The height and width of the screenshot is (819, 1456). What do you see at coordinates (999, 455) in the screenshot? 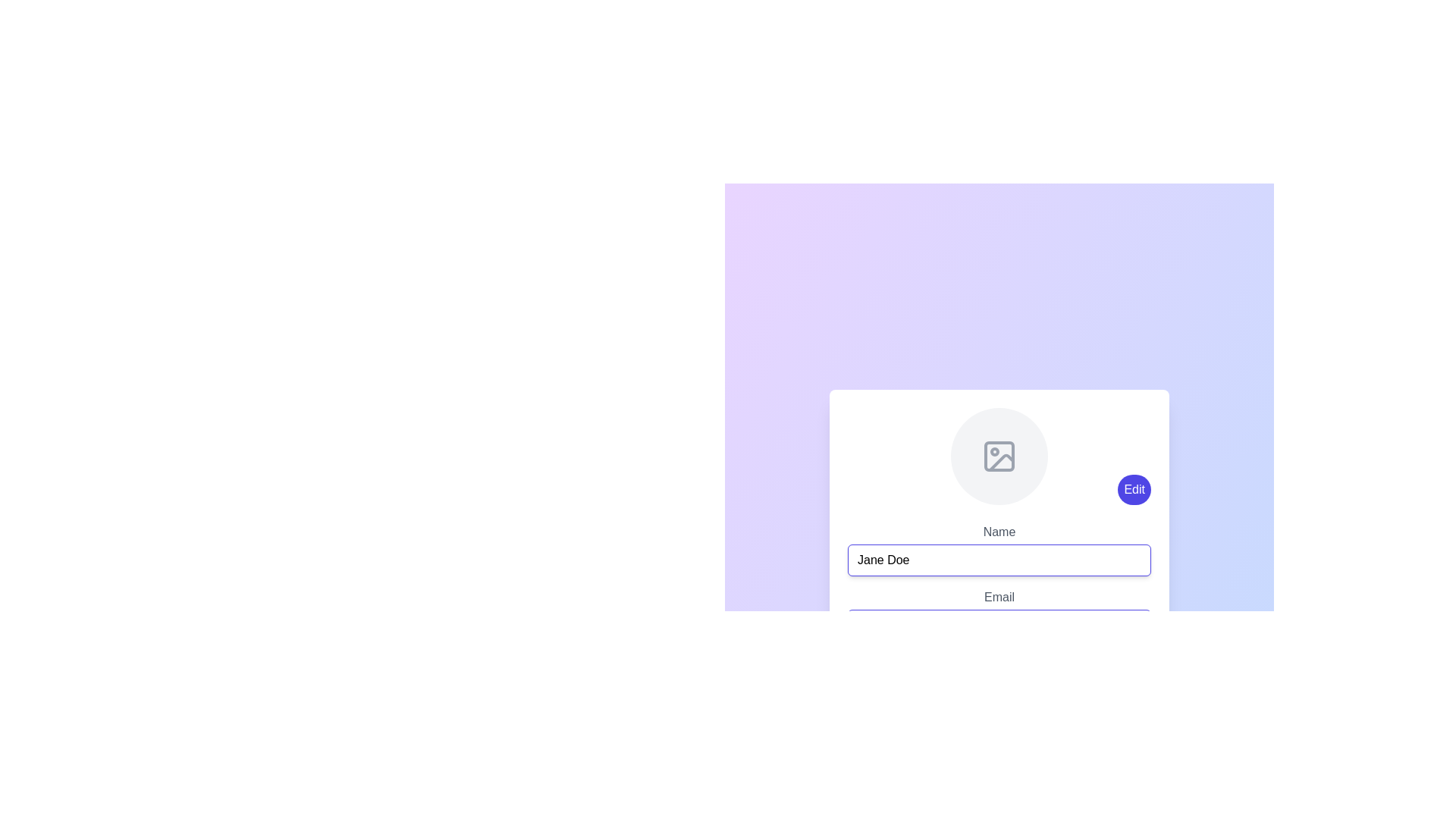
I see `the profile picture upload area and 'Edit' button located at the top of the user profile editing card` at bounding box center [999, 455].